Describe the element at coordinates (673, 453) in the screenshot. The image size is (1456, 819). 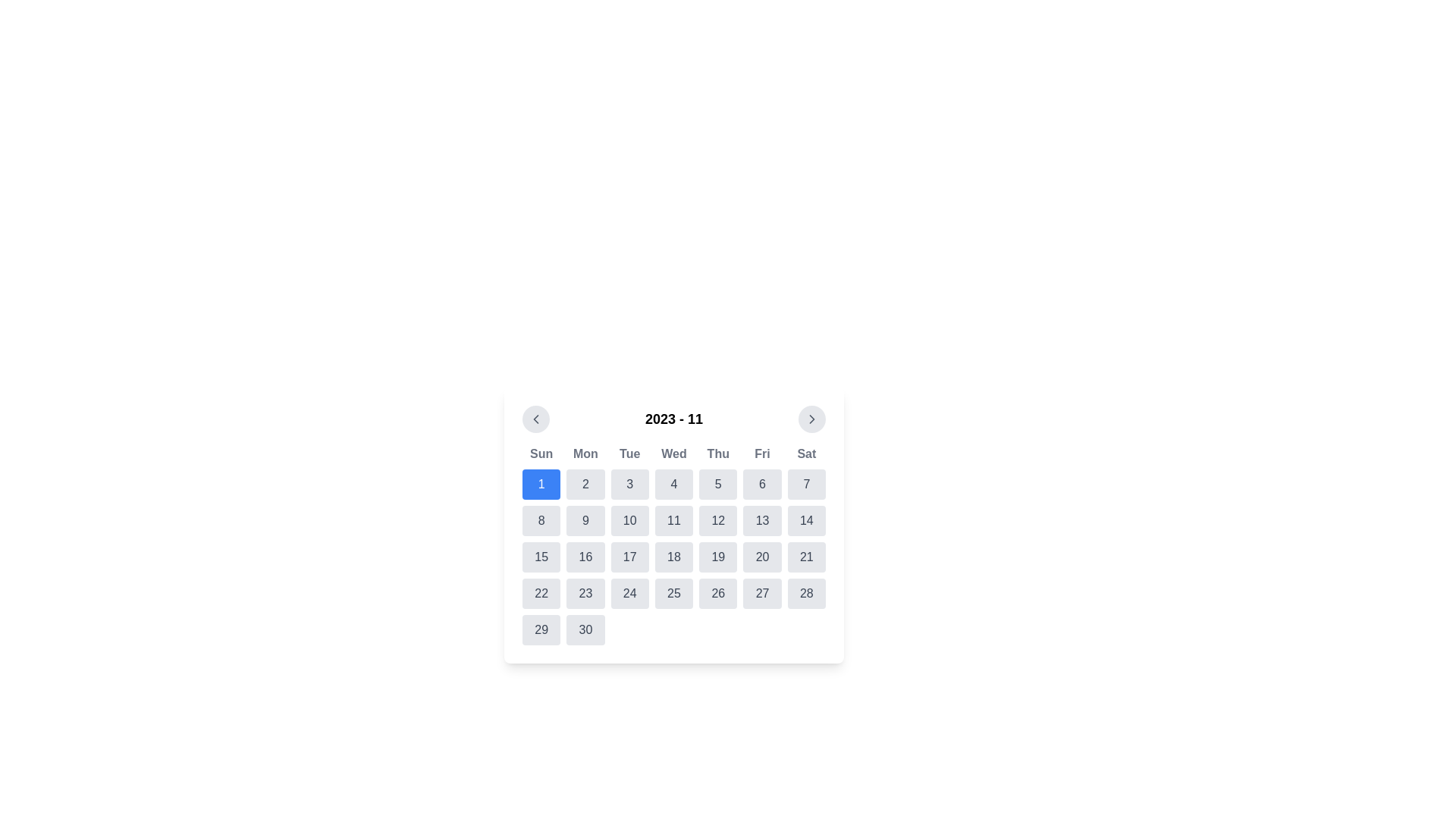
I see `text label indicating 'Wednesday' in the calendar interface, which is the fourth entry among the day labels at the top of the calendar` at that location.